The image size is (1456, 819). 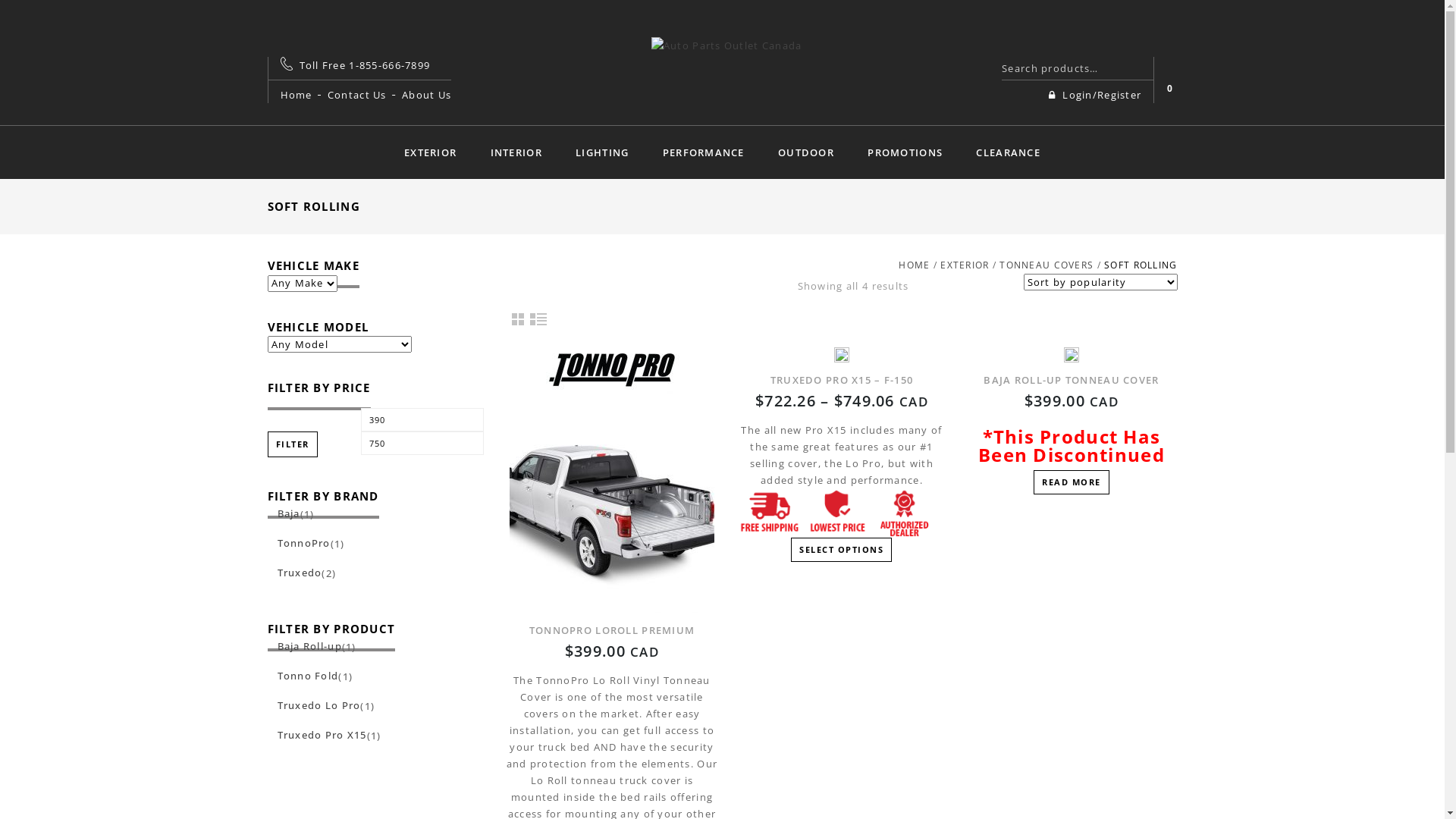 What do you see at coordinates (303, 646) in the screenshot?
I see `'Baja Roll-up'` at bounding box center [303, 646].